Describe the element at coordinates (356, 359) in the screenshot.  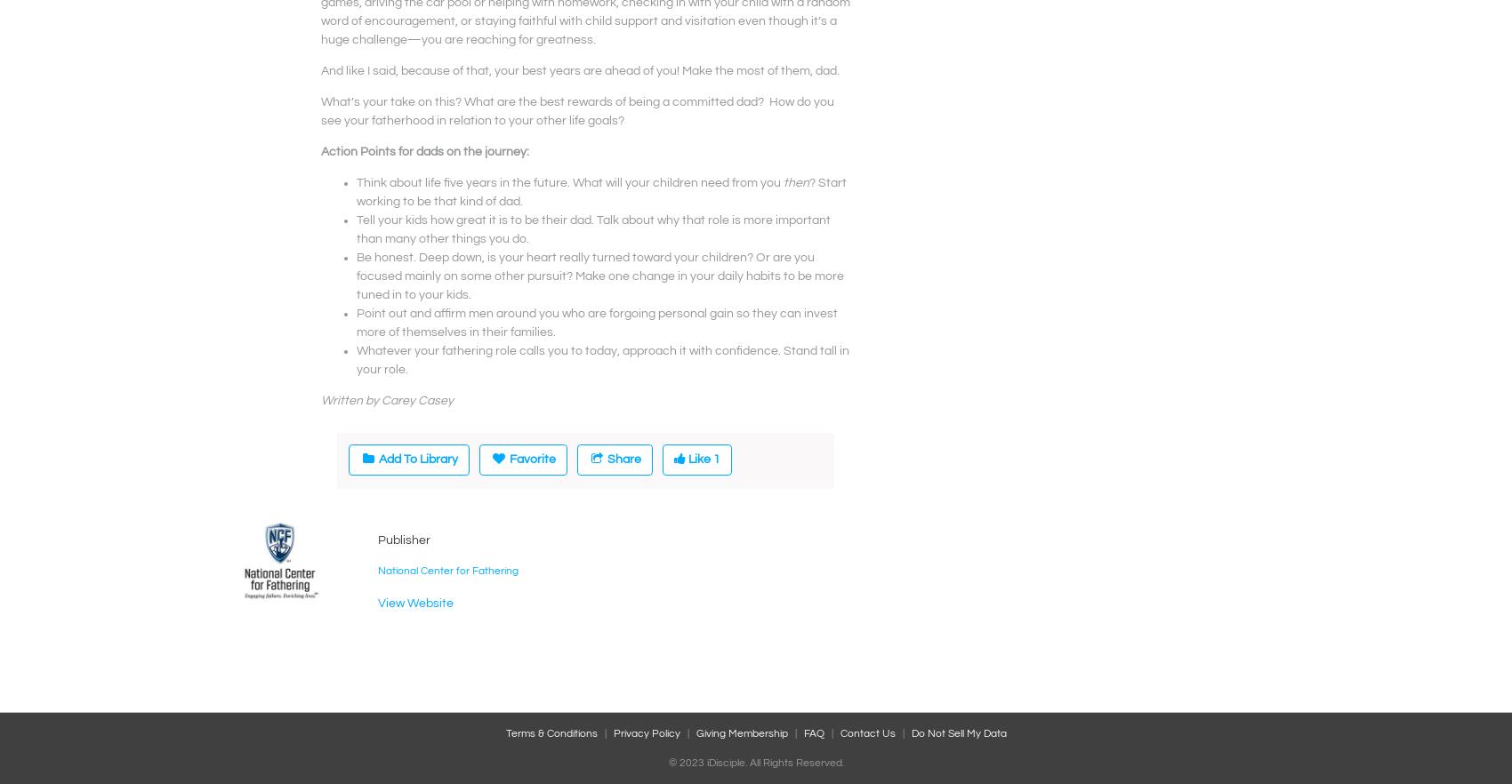
I see `'Whatever your fathering role calls you to today, approach it with confidence. Stand tall in your role.'` at that location.